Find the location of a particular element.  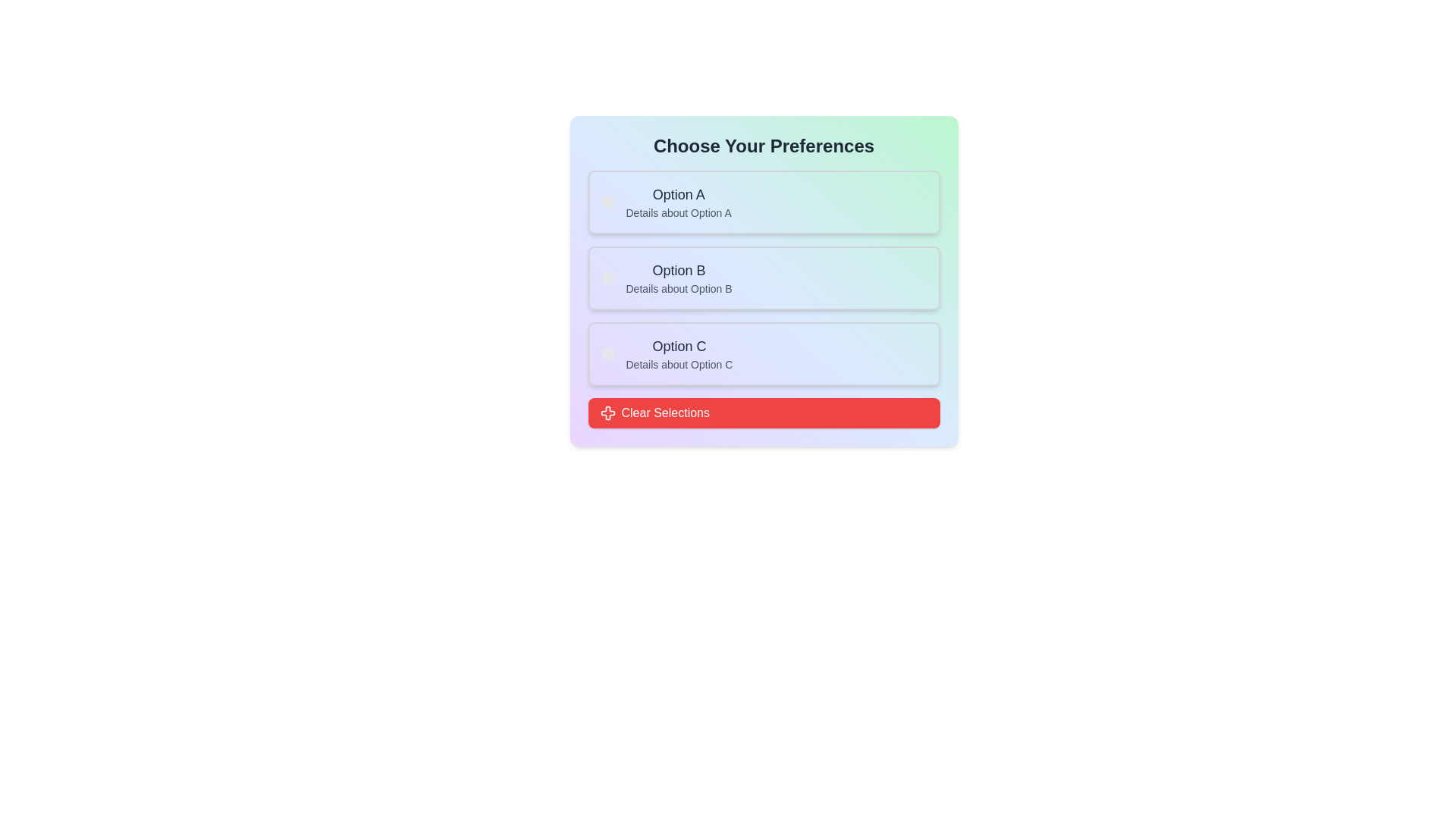

the second selectable option titled 'Option B' within the Card component that displays 'Choose Your Preferences' is located at coordinates (764, 281).